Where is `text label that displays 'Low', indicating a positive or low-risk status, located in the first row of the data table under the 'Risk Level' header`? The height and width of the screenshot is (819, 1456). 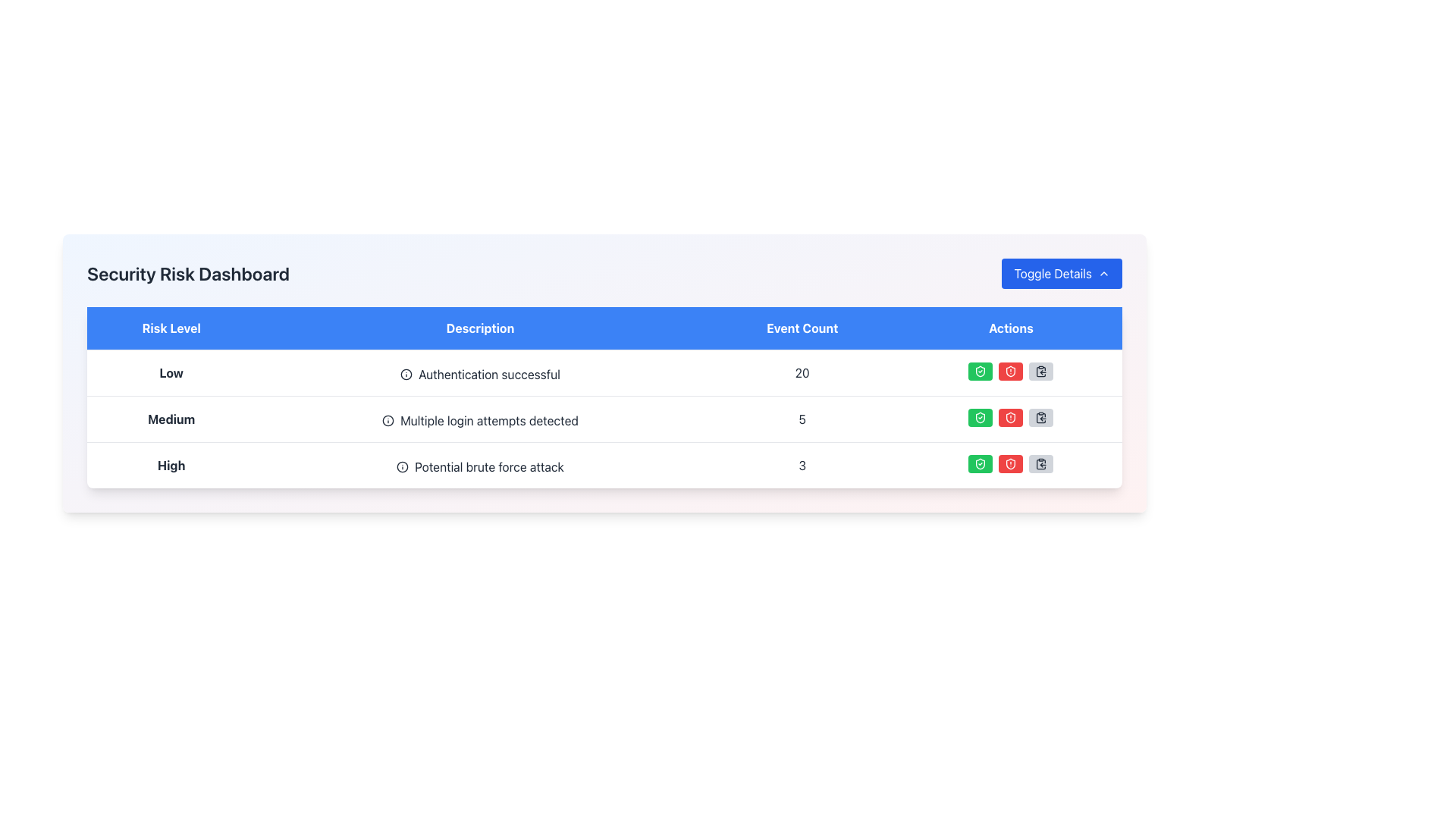 text label that displays 'Low', indicating a positive or low-risk status, located in the first row of the data table under the 'Risk Level' header is located at coordinates (171, 373).